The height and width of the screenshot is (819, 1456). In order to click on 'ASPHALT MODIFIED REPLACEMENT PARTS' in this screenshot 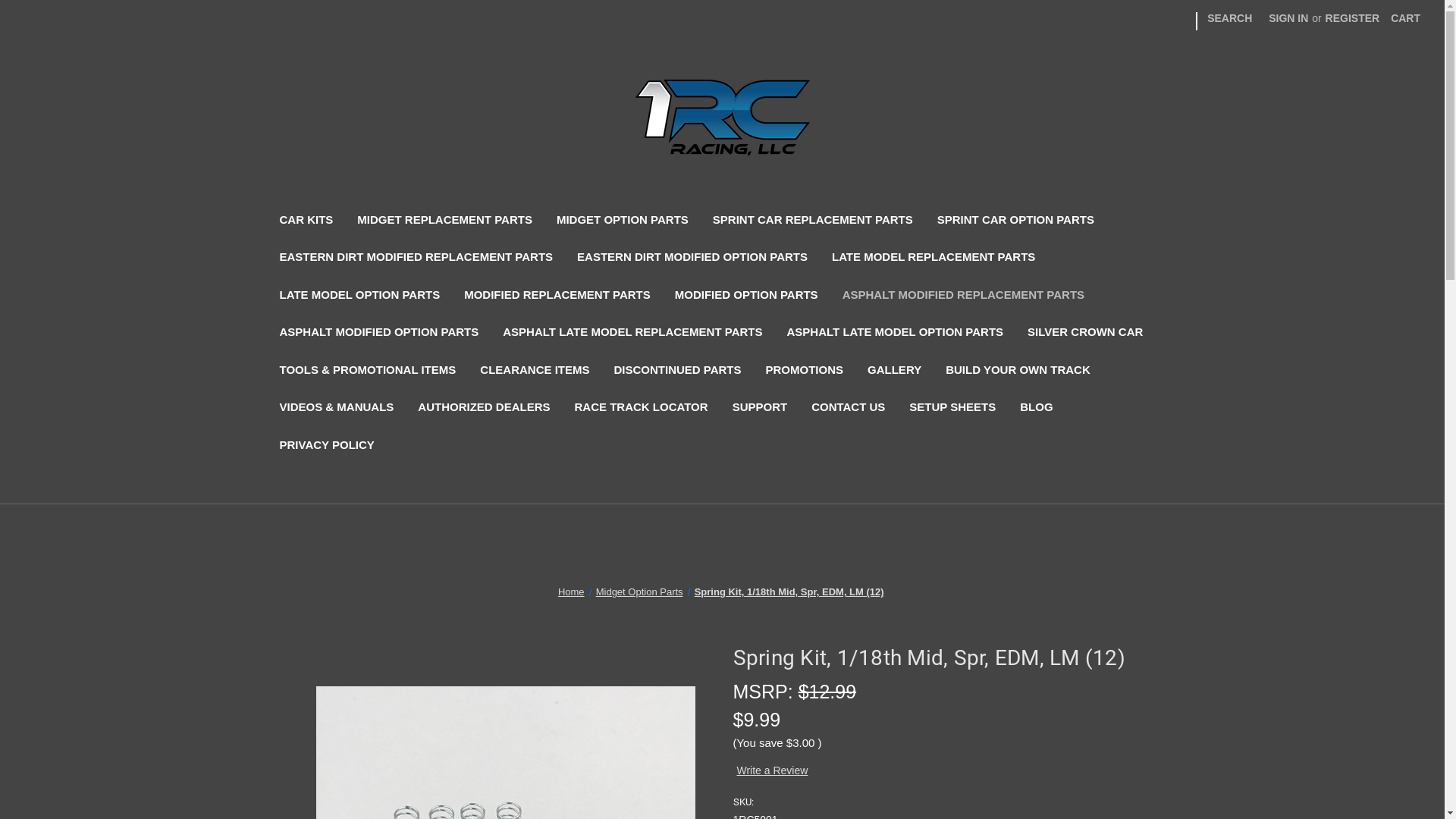, I will do `click(829, 297)`.